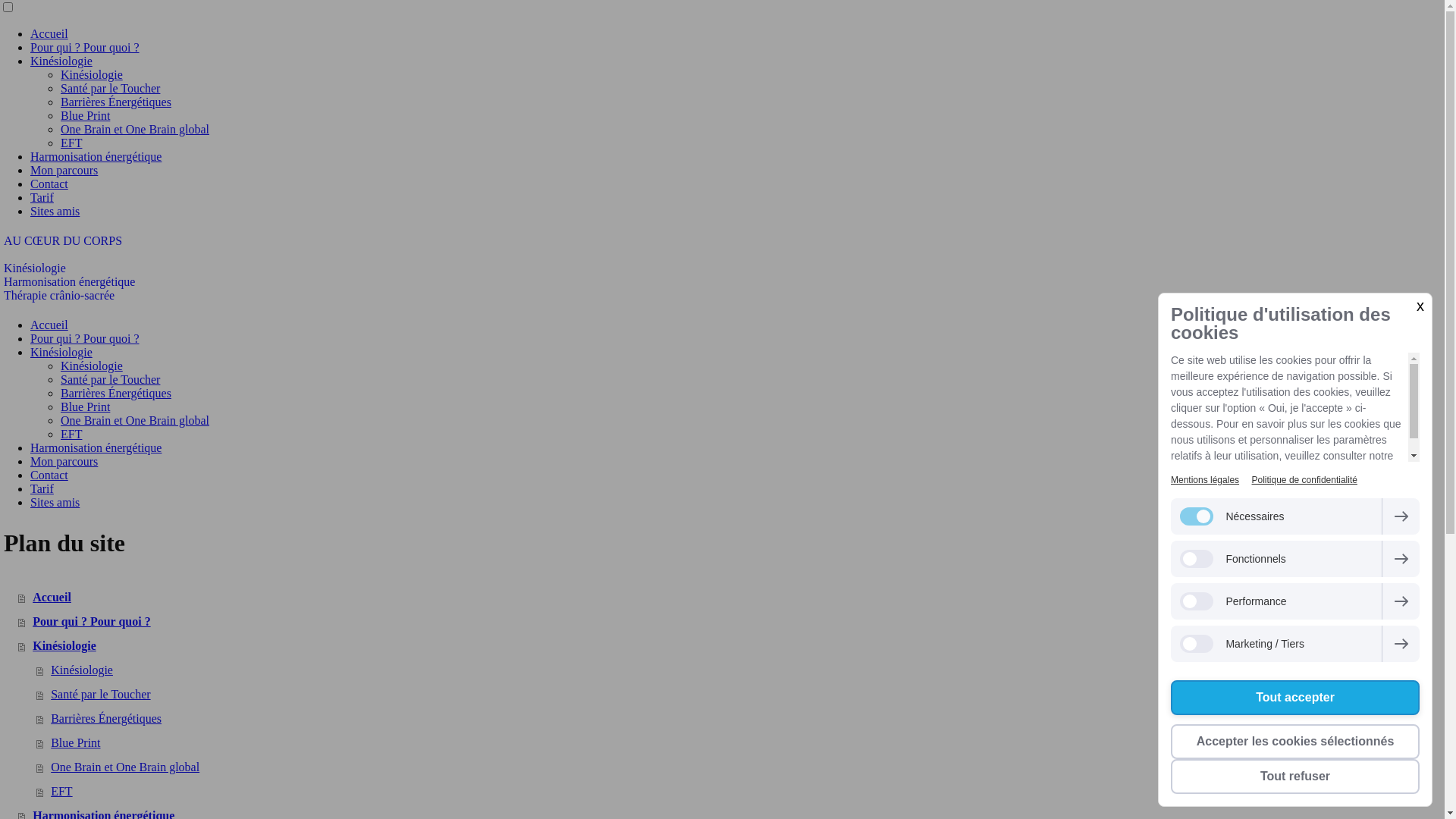 The width and height of the screenshot is (1456, 819). Describe the element at coordinates (55, 502) in the screenshot. I see `'Sites amis'` at that location.